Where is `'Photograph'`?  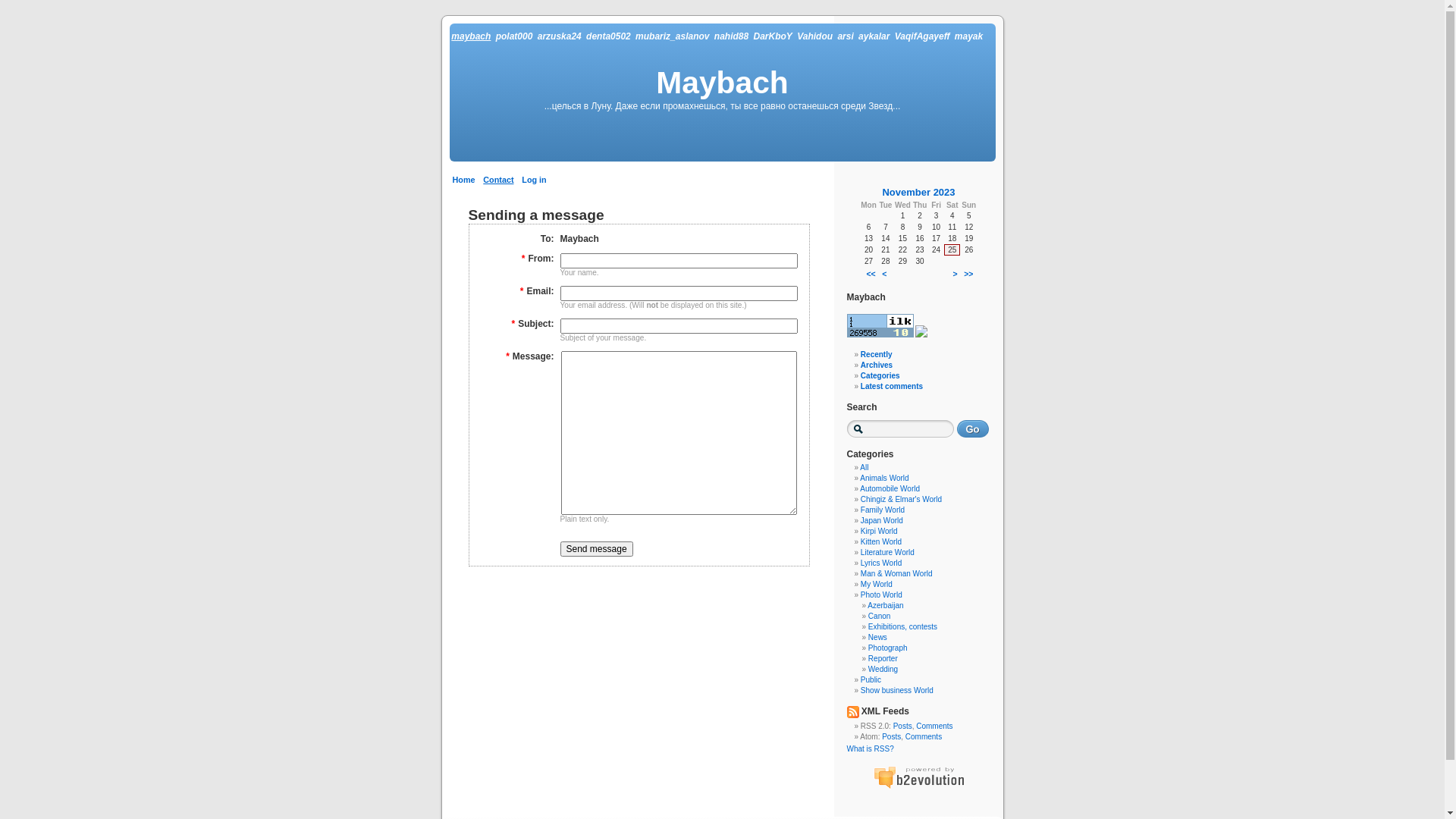 'Photograph' is located at coordinates (888, 648).